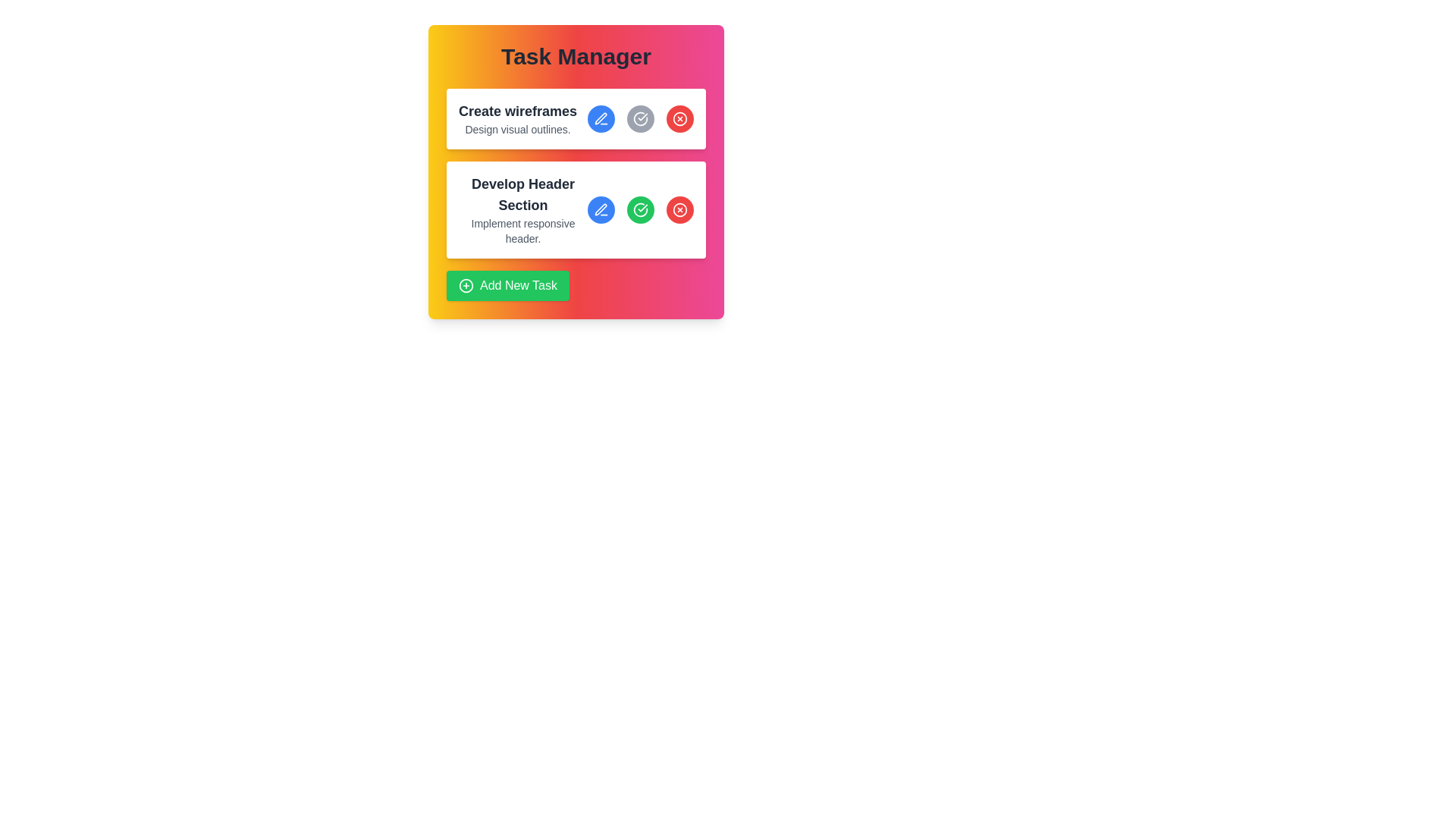 Image resolution: width=1456 pixels, height=819 pixels. I want to click on the middle circular button with a green background and a white checkmark icon at the bottom-right of the task card titled 'Develop Header Section' to confirm or complete, so click(640, 210).